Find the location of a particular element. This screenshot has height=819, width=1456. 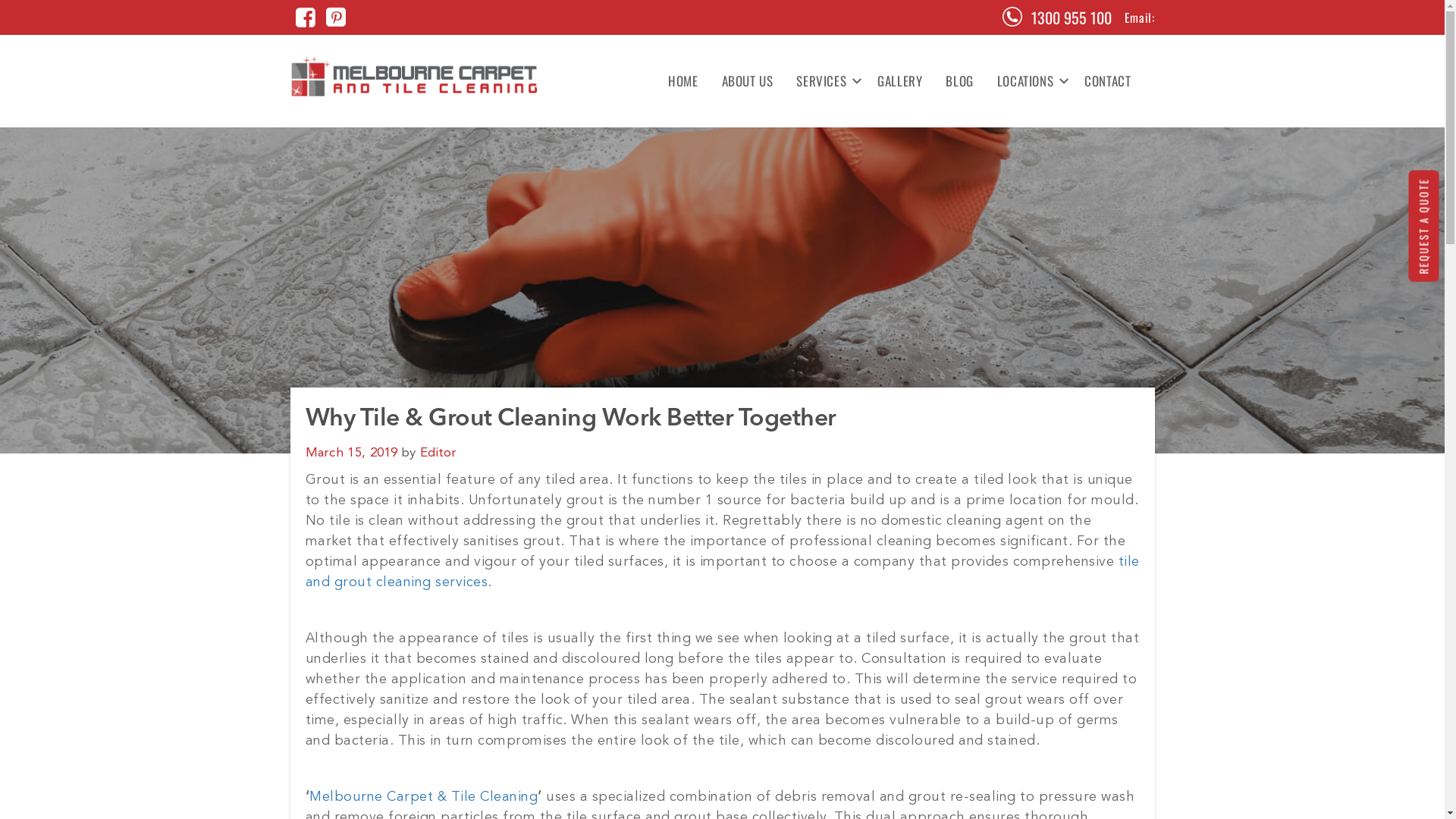

'CONTACT' is located at coordinates (1102, 81).